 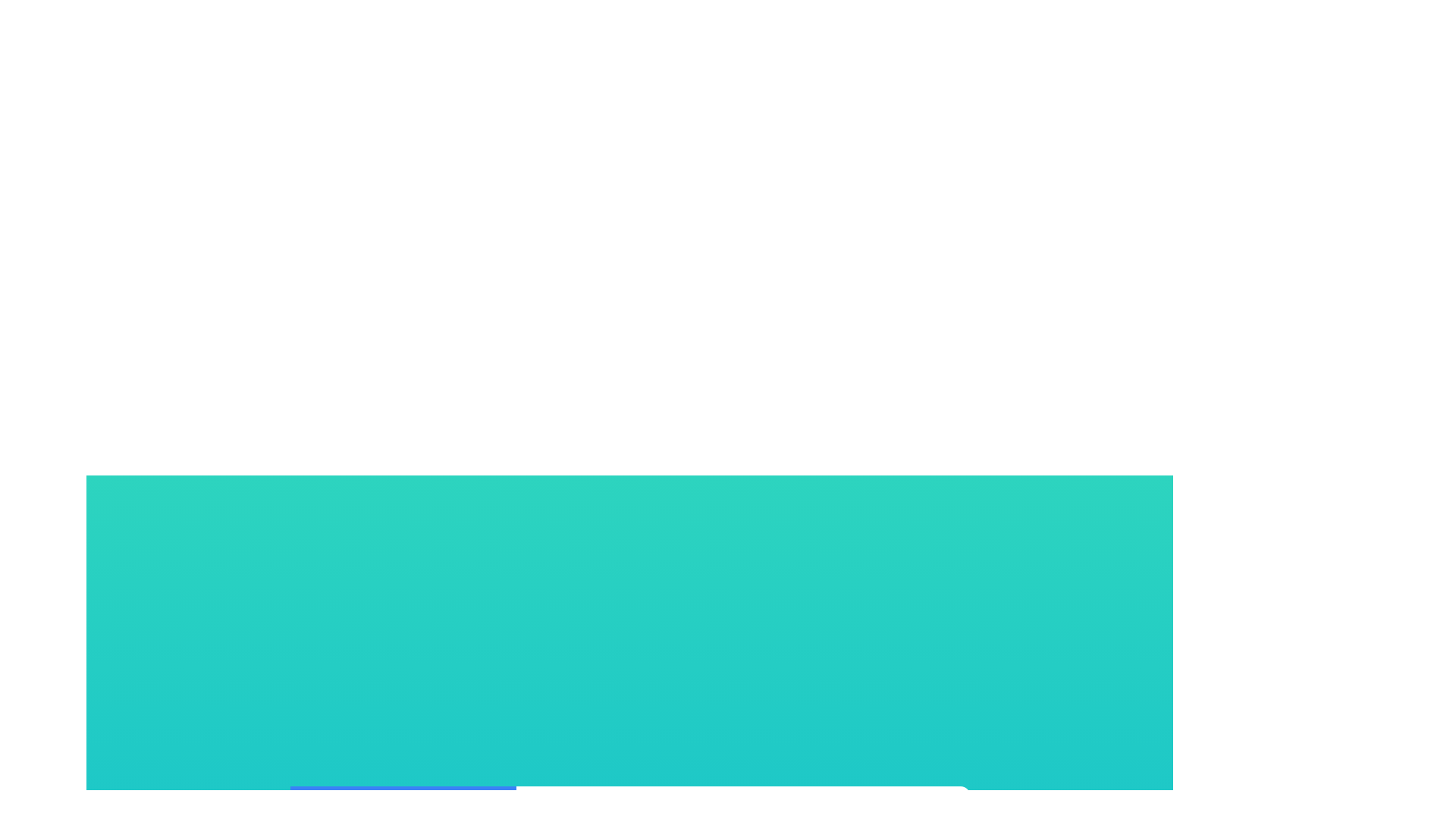 What do you see at coordinates (403, 808) in the screenshot?
I see `the tab labeled Profile` at bounding box center [403, 808].